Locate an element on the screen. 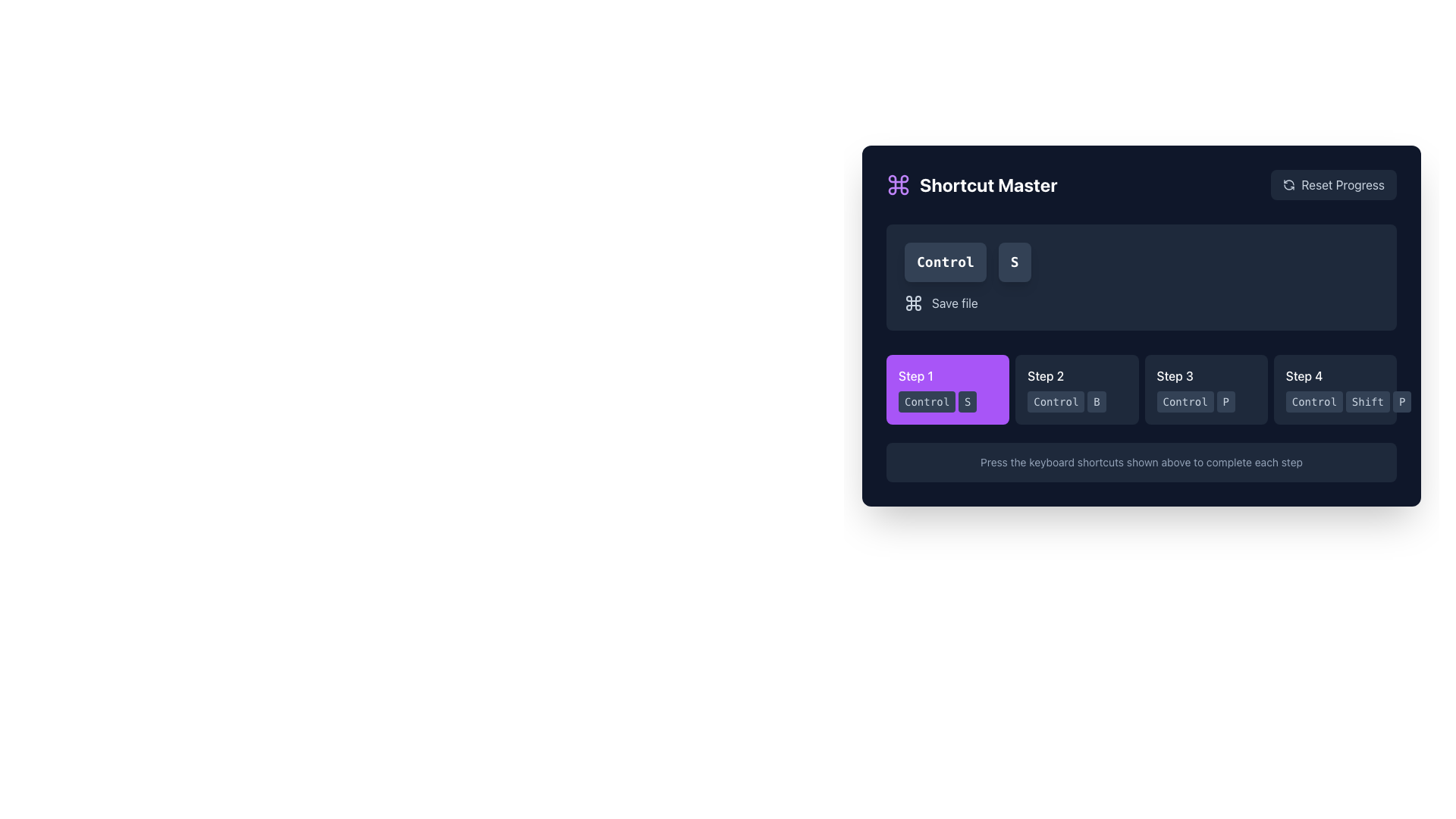 The width and height of the screenshot is (1456, 819). the 'Save file' text label located within the 'Shortcut Master' UI card, positioned to the right of the control symbol is located at coordinates (954, 303).